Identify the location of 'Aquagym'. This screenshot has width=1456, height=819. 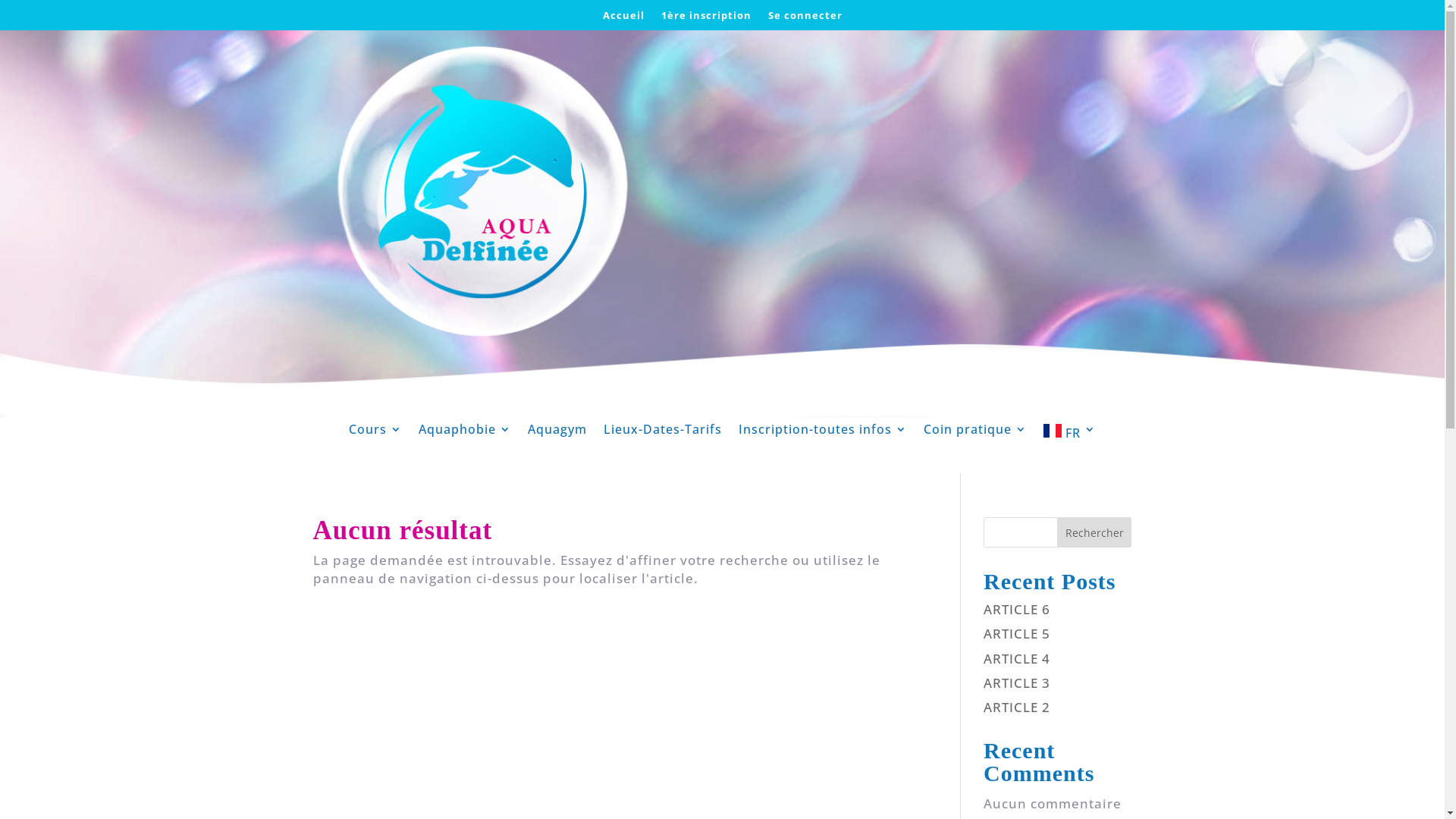
(556, 434).